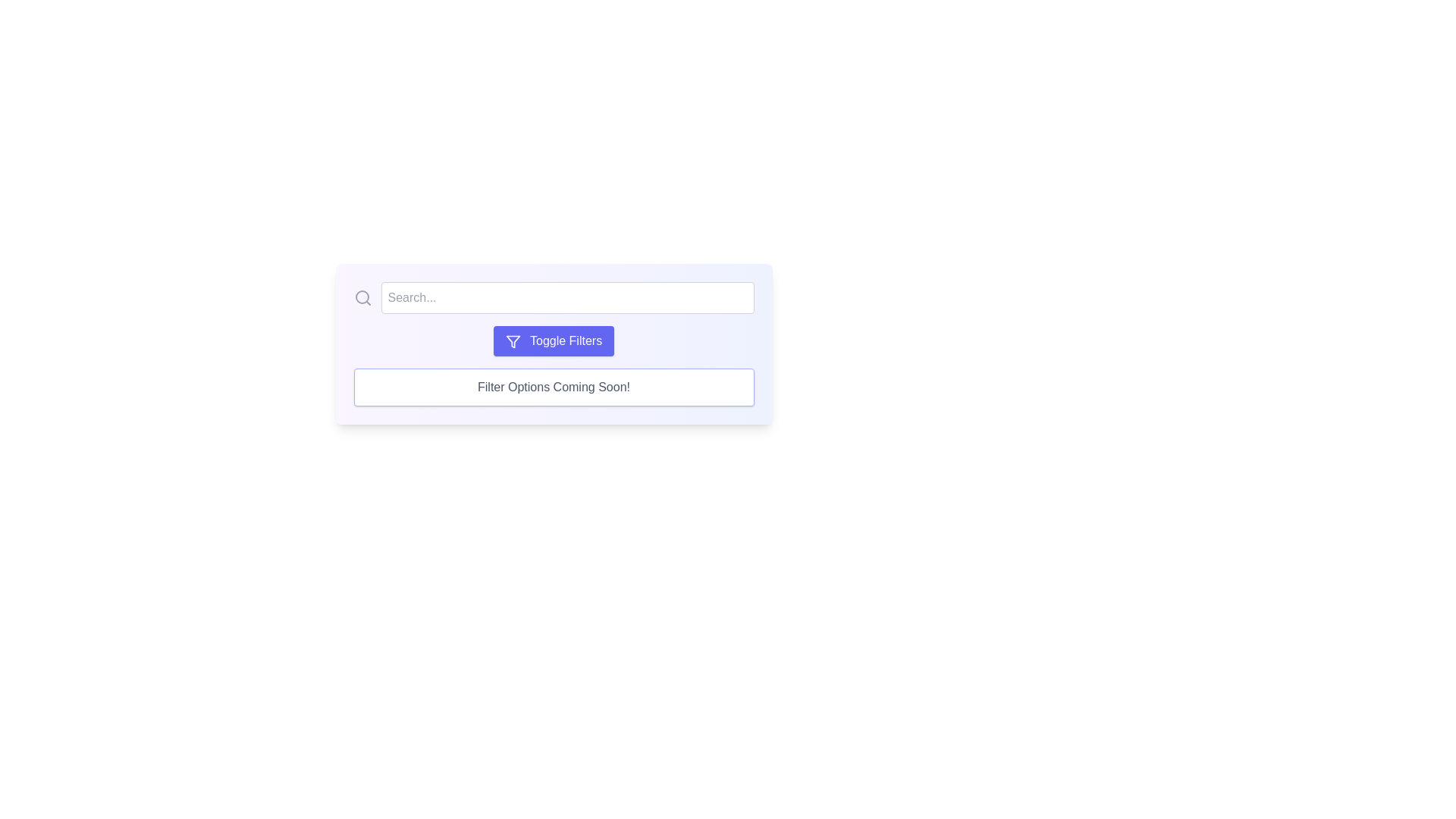  What do you see at coordinates (553, 386) in the screenshot?
I see `the informational Text Box that notifies the user about future filter options, located below the 'Toggle Filters' button` at bounding box center [553, 386].